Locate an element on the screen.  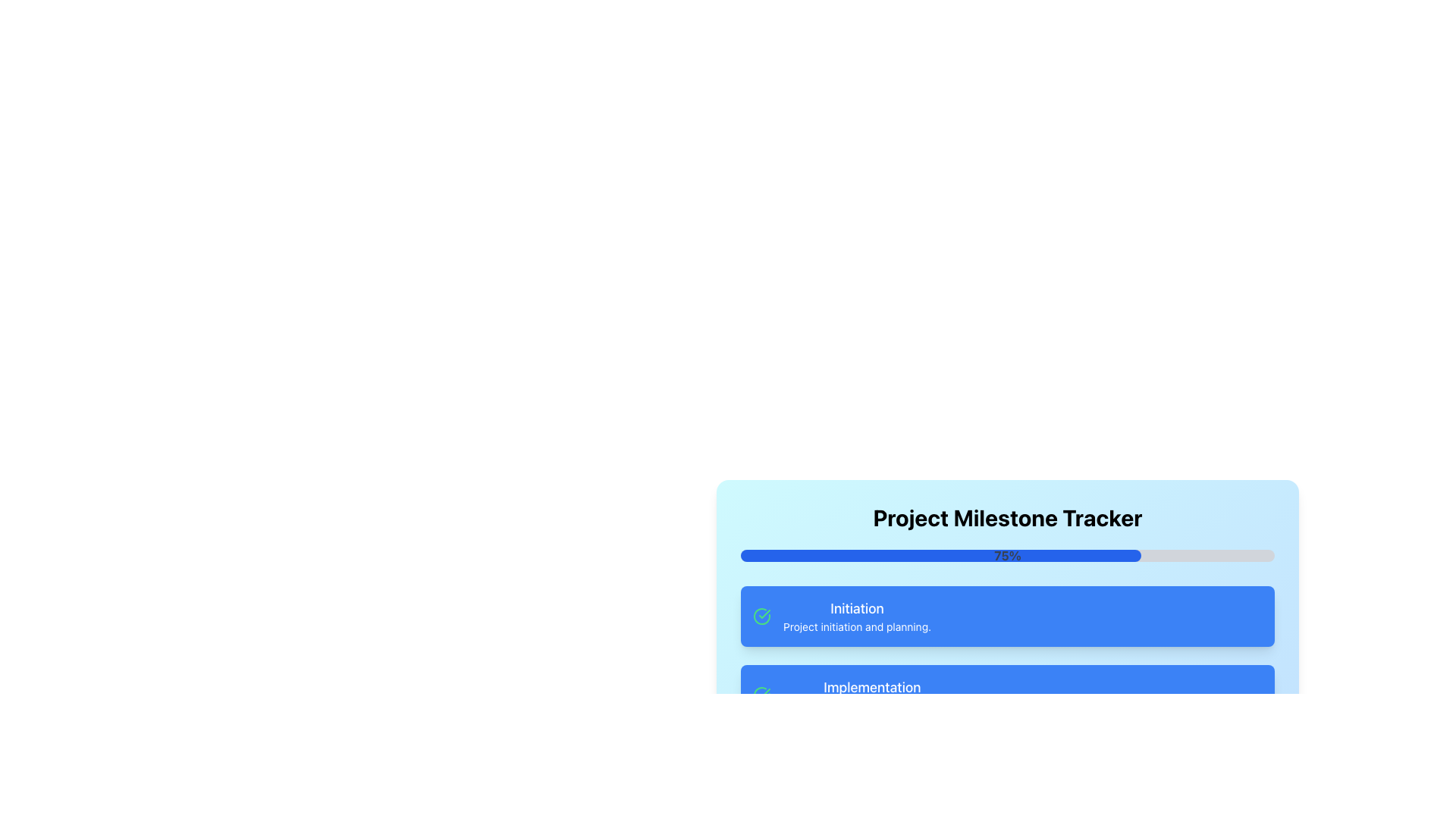
the green checkmark icon indicating project initiation status, located at the left end of the 'Initiation' row is located at coordinates (761, 617).